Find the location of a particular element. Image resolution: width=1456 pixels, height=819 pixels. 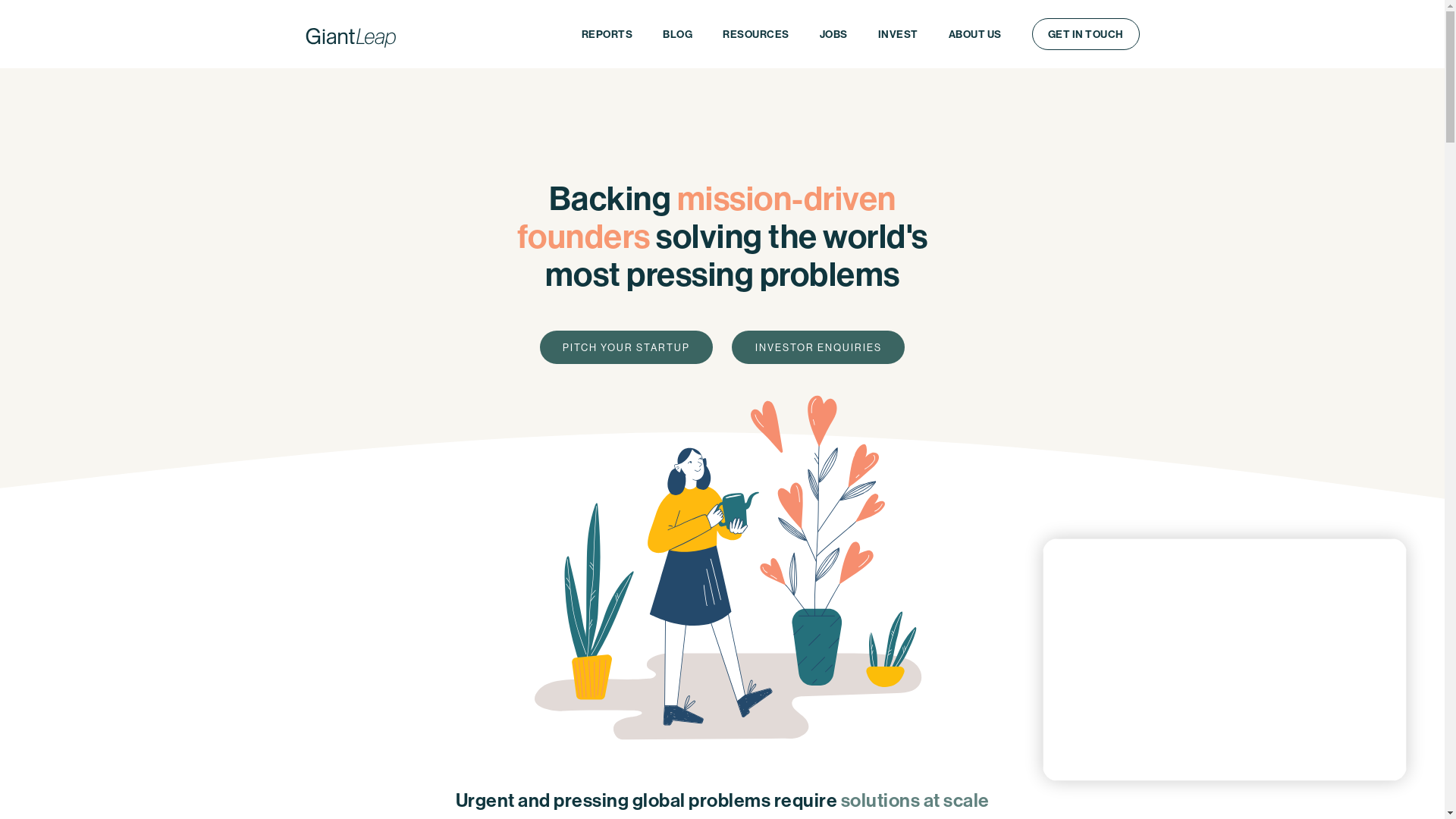

'REPORTS' is located at coordinates (607, 34).